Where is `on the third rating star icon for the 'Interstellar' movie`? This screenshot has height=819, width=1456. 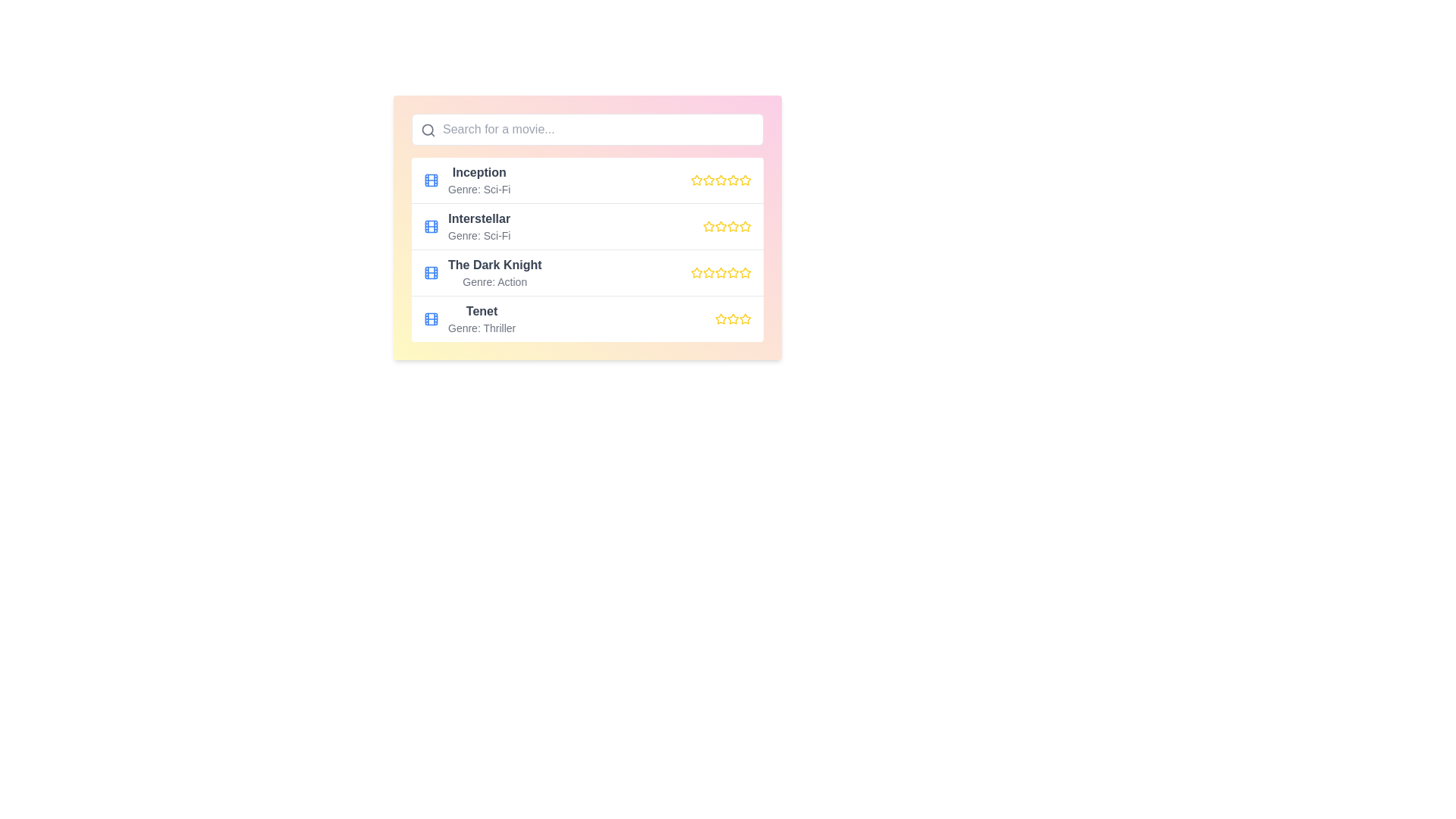
on the third rating star icon for the 'Interstellar' movie is located at coordinates (733, 226).